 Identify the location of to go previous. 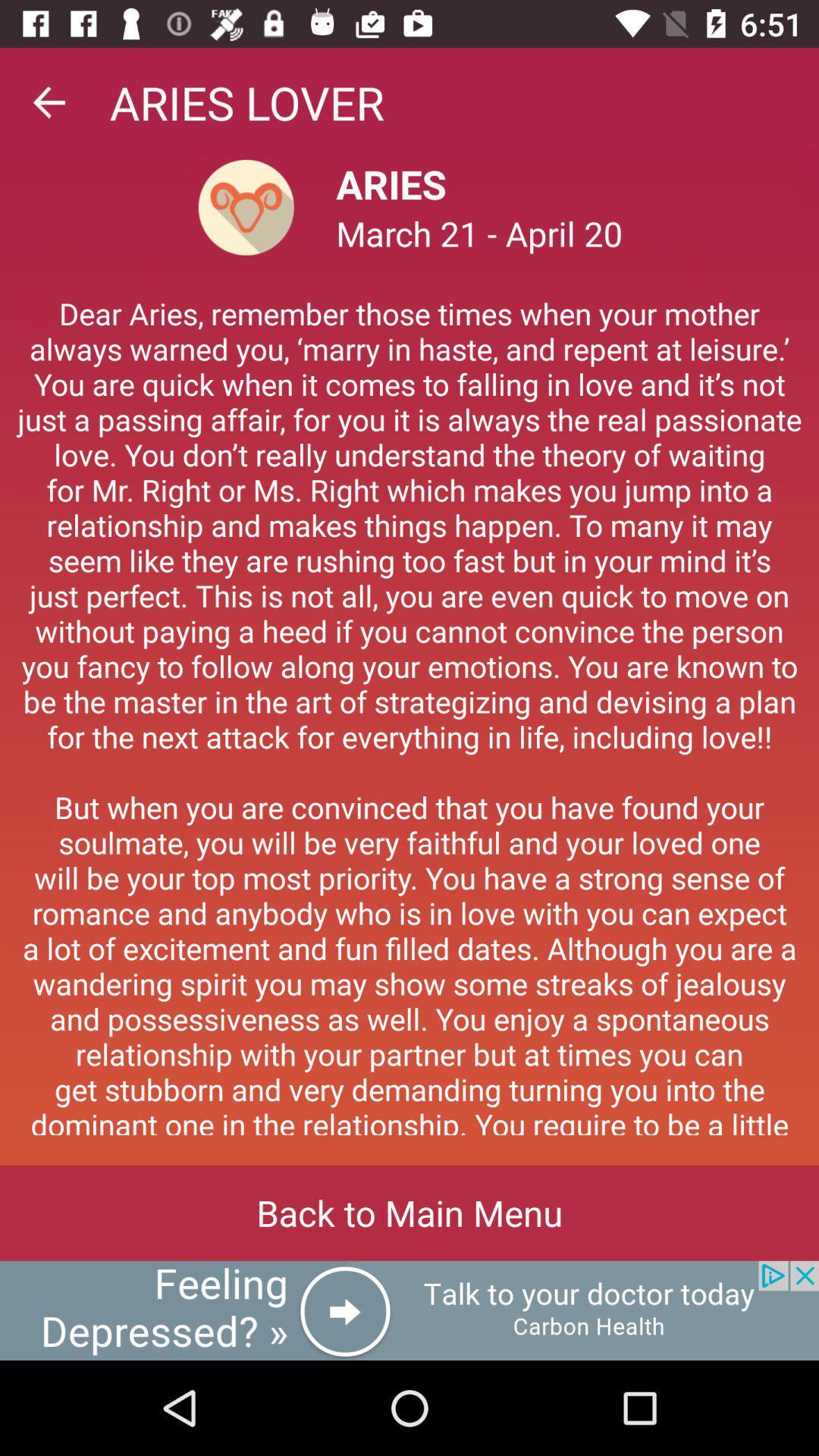
(48, 102).